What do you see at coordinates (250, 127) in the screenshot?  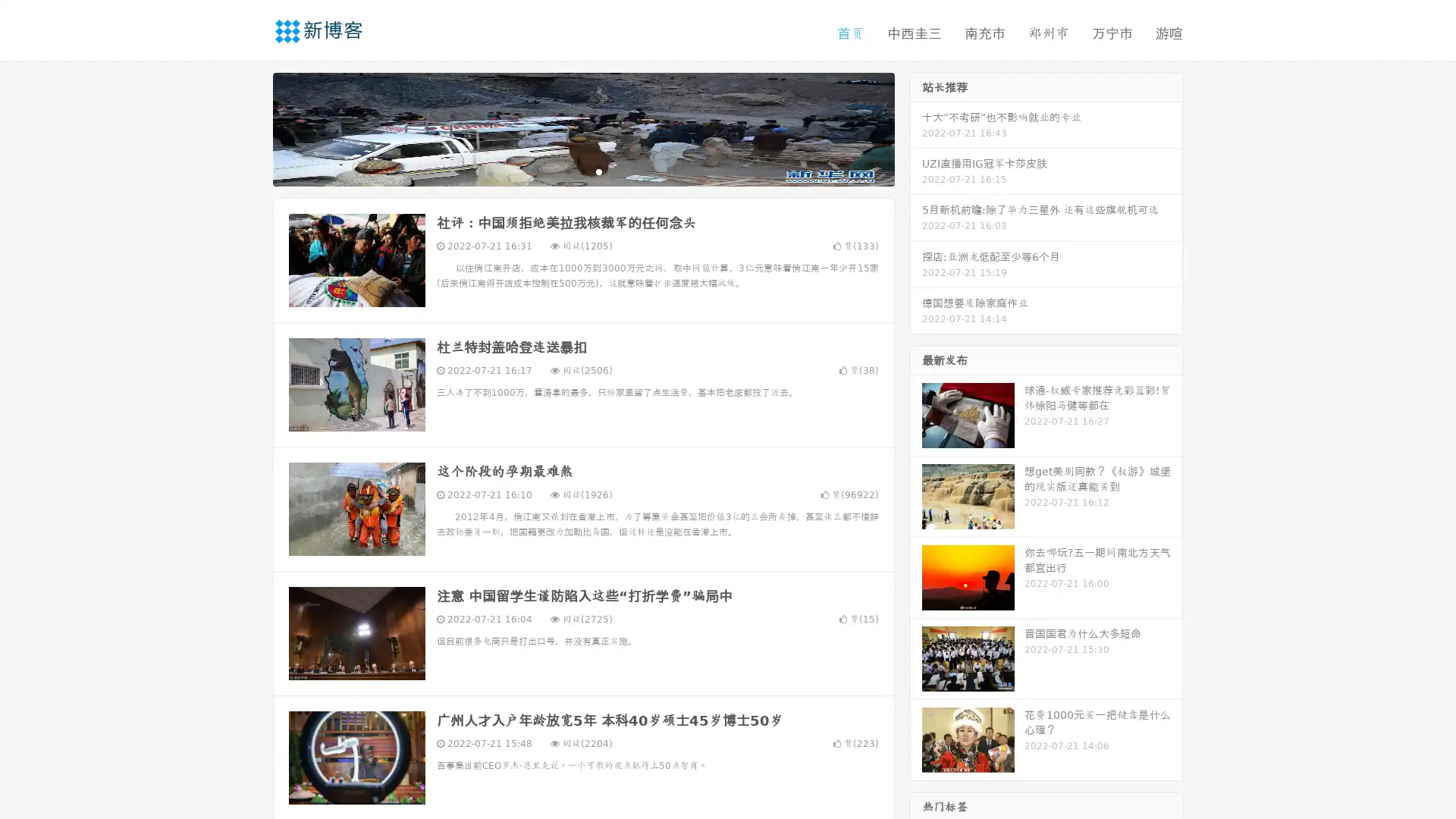 I see `Previous slide` at bounding box center [250, 127].